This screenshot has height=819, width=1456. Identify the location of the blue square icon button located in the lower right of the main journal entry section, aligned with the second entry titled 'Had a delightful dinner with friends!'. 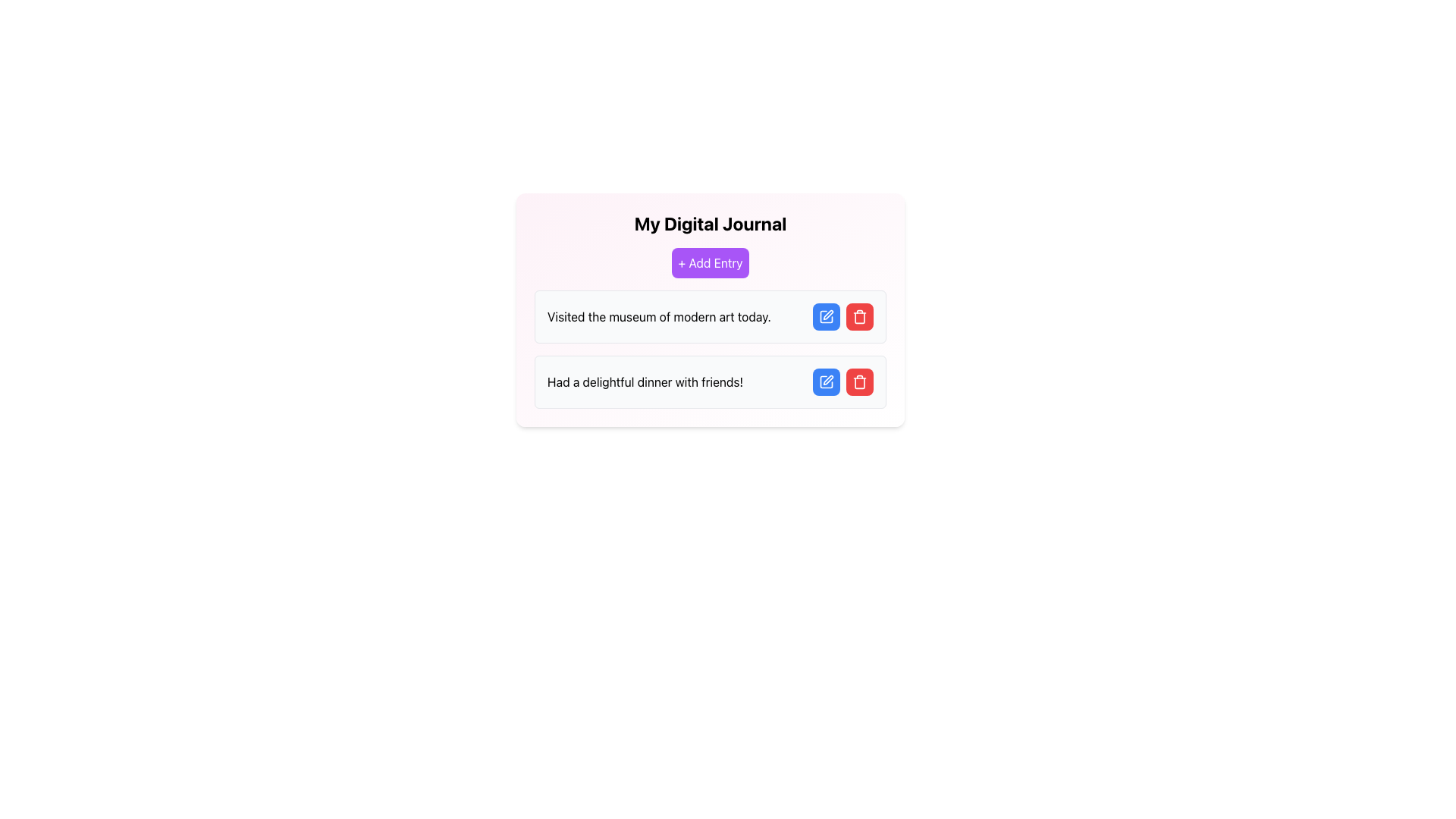
(825, 381).